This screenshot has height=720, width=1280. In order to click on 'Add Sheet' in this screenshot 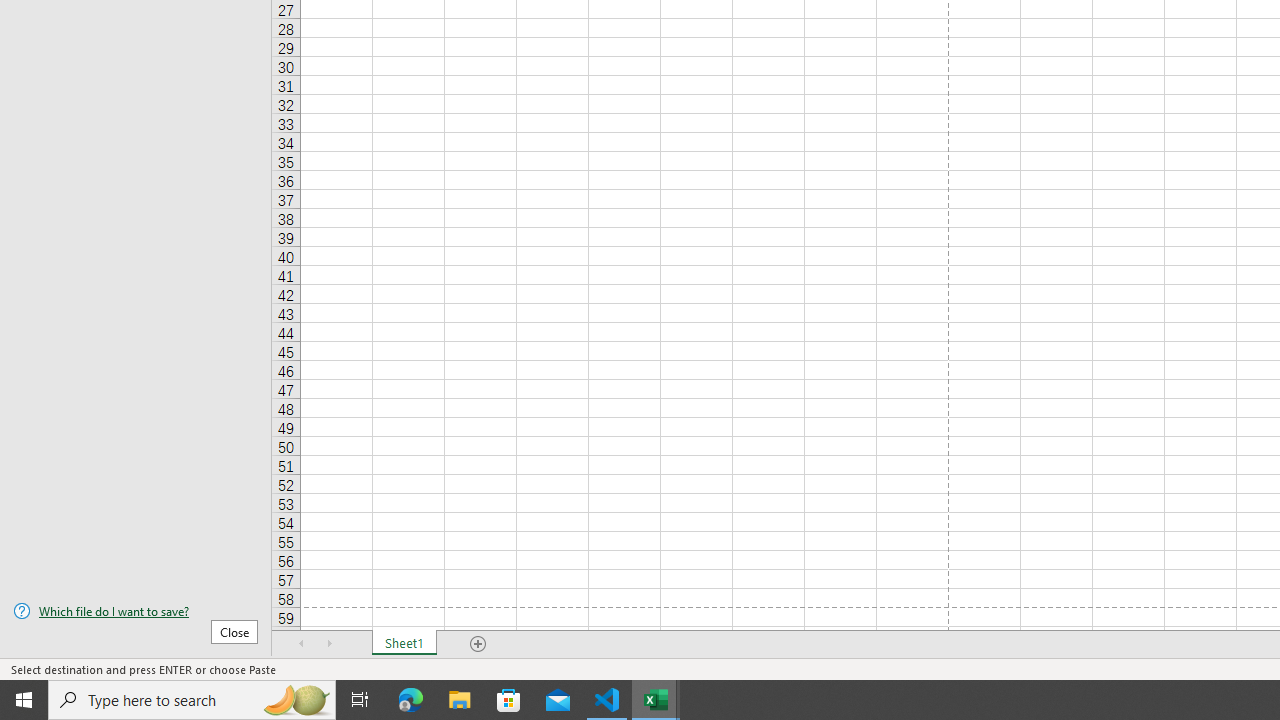, I will do `click(477, 644)`.